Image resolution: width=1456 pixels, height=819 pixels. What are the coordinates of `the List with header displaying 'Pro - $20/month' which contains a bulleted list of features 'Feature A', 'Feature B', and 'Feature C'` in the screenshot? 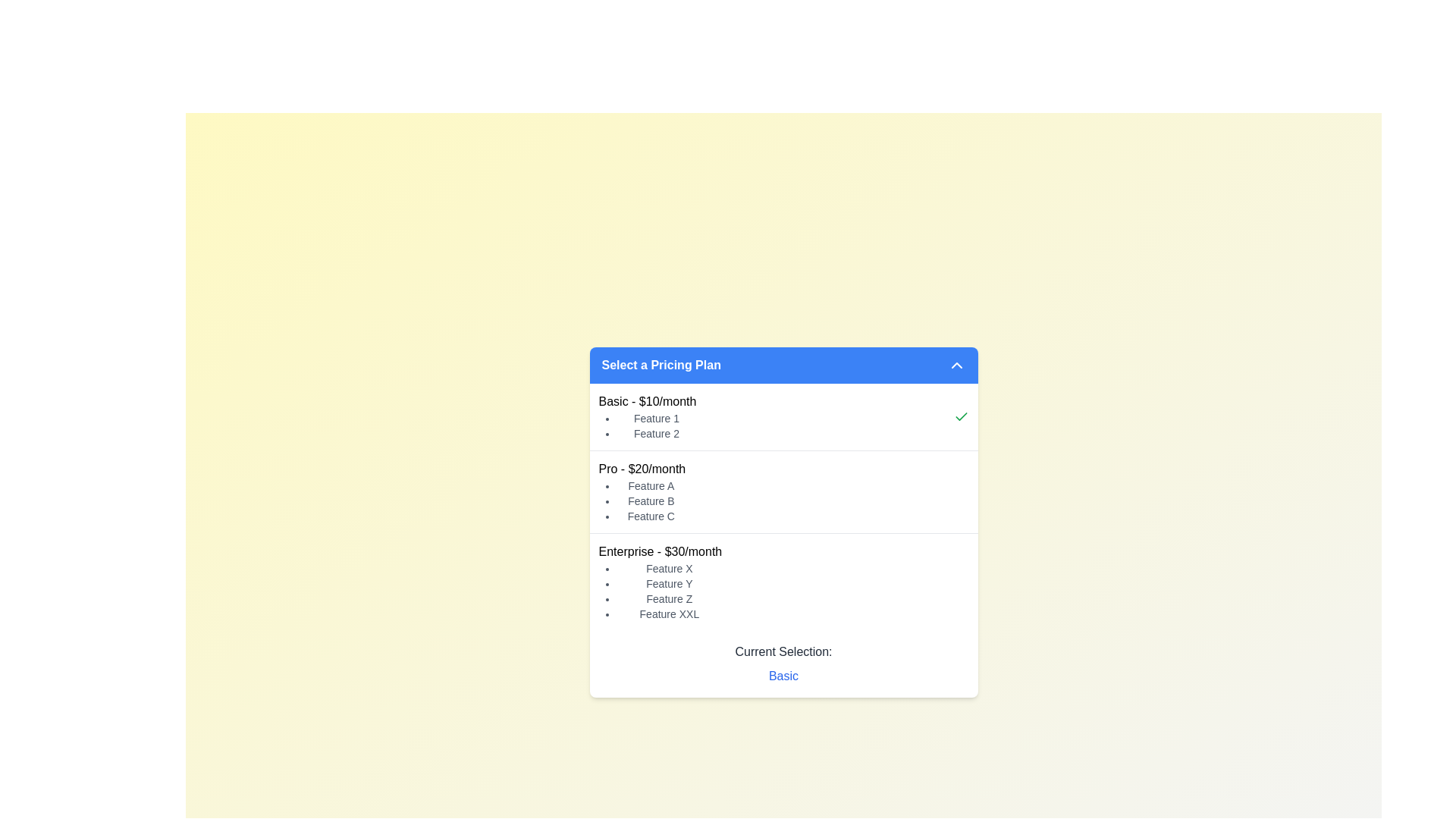 It's located at (642, 491).